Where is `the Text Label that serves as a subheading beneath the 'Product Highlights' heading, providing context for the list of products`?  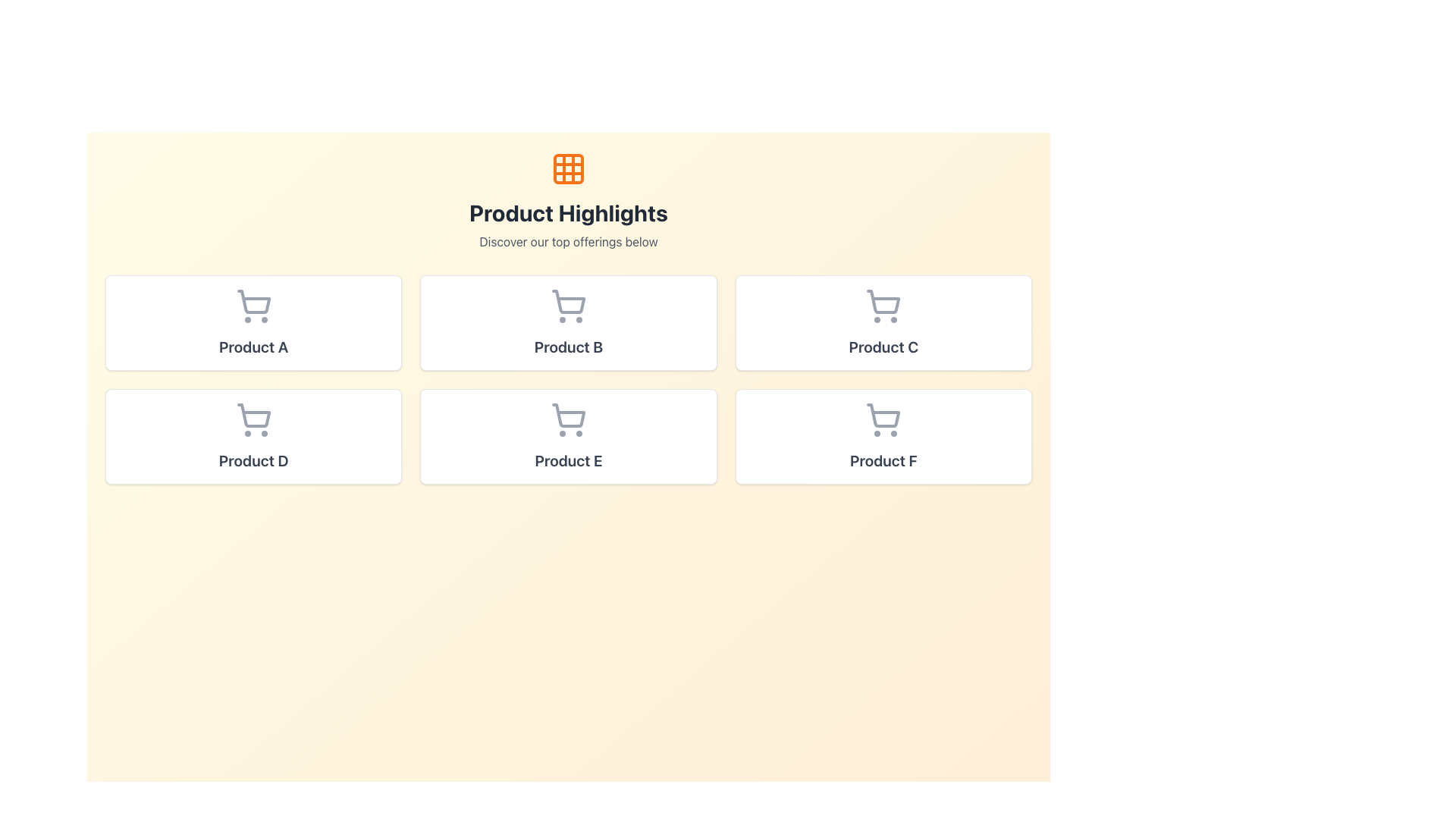
the Text Label that serves as a subheading beneath the 'Product Highlights' heading, providing context for the list of products is located at coordinates (567, 241).